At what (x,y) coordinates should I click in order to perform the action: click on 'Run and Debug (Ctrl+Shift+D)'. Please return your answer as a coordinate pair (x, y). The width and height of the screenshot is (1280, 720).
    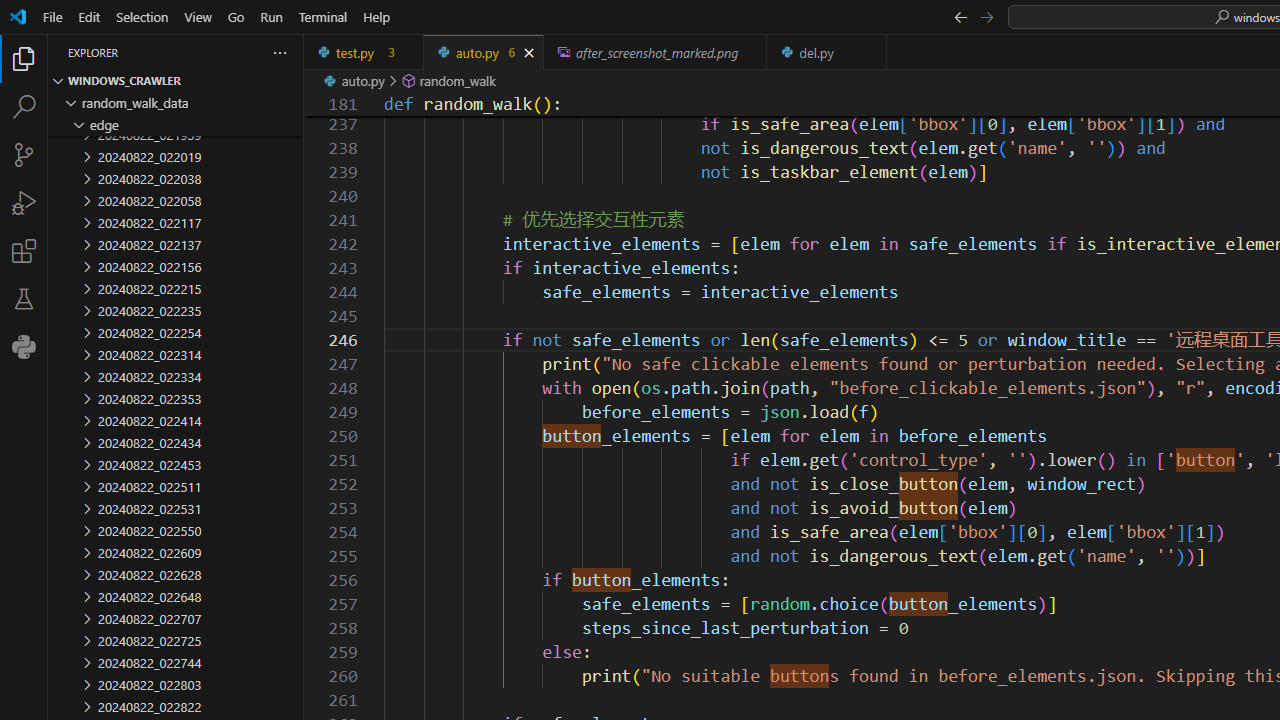
    Looking at the image, I should click on (24, 203).